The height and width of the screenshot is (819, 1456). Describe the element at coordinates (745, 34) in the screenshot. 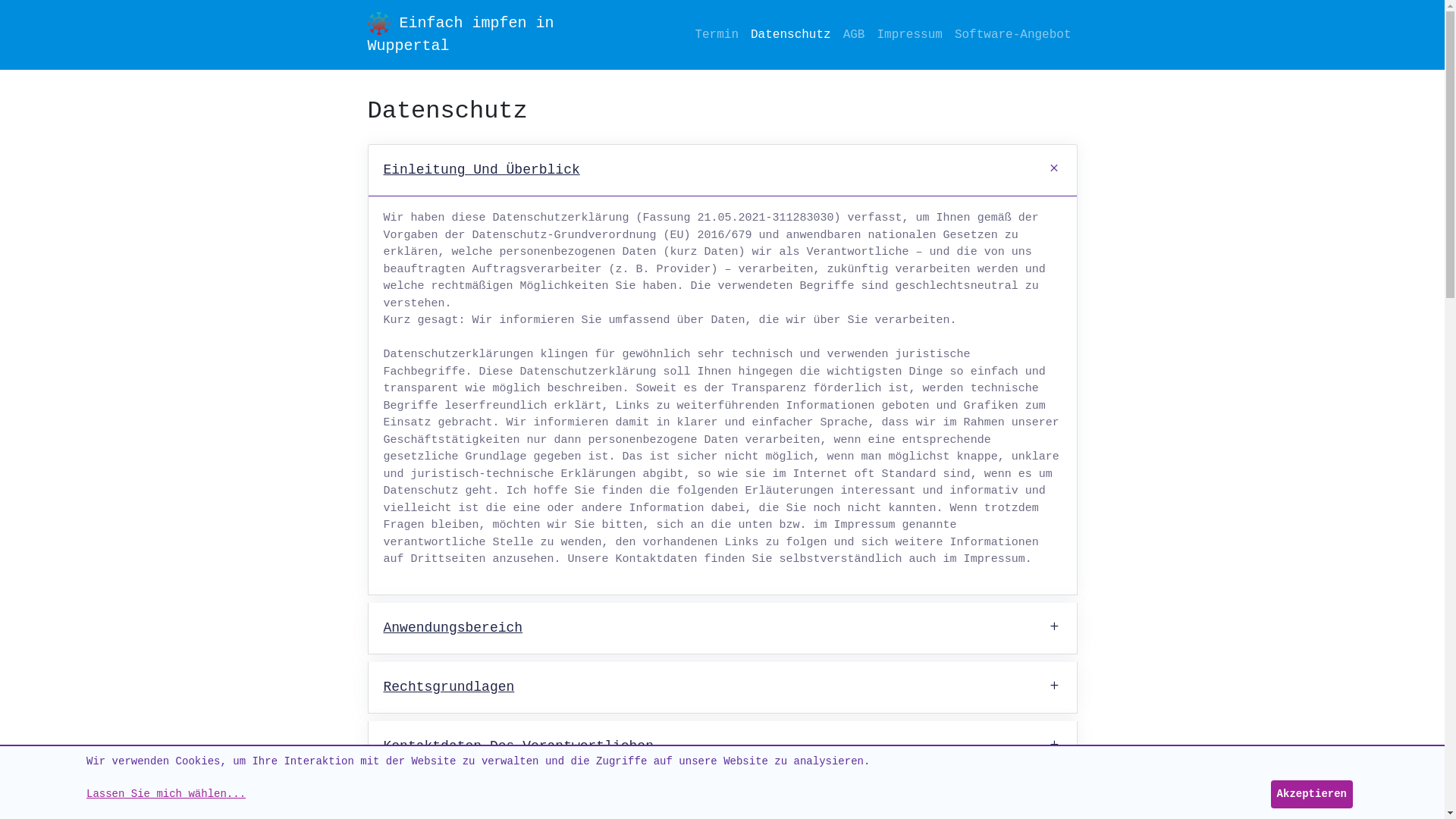

I see `'Datenschutz'` at that location.